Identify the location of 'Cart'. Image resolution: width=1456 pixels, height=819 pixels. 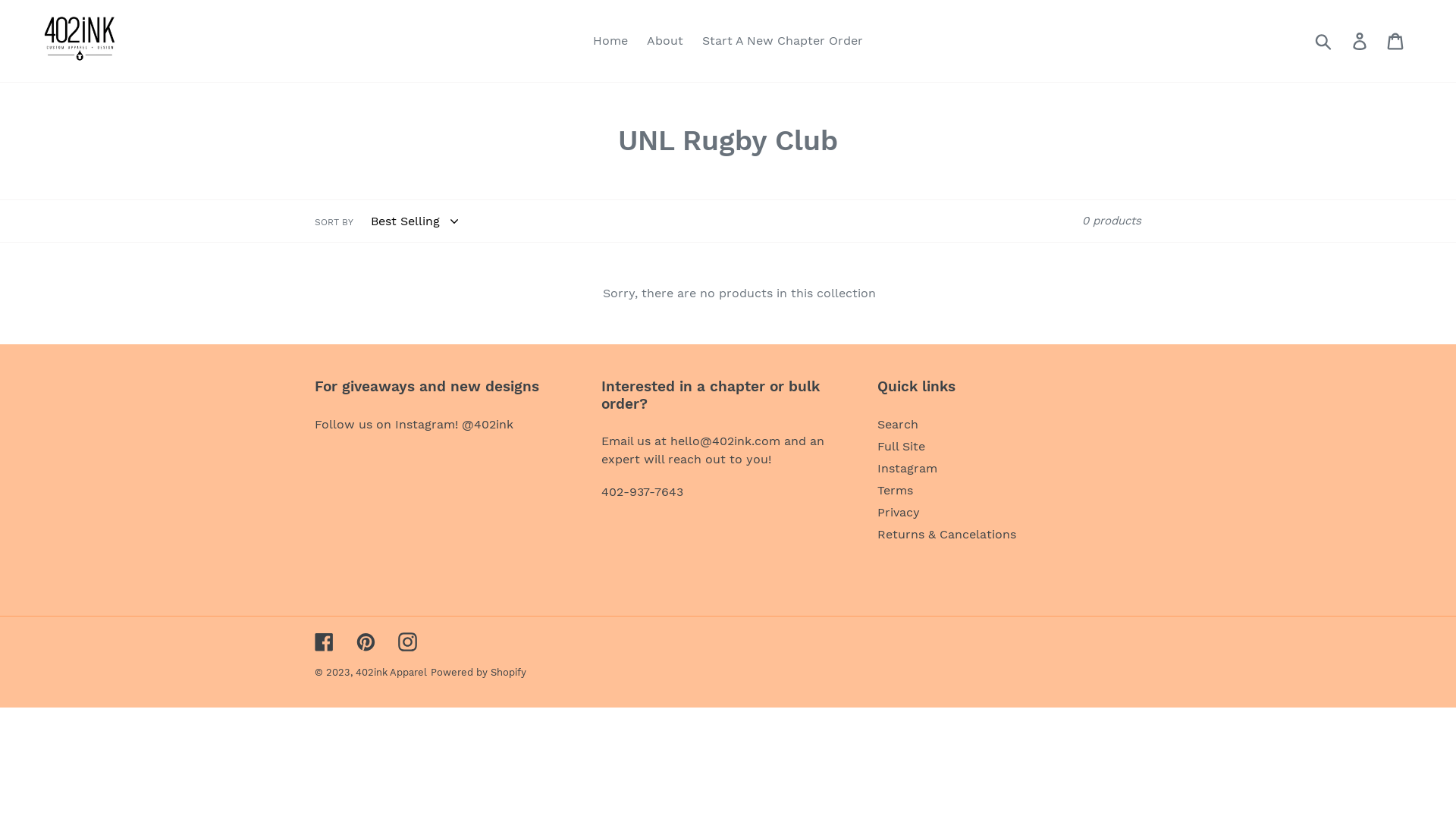
(1395, 40).